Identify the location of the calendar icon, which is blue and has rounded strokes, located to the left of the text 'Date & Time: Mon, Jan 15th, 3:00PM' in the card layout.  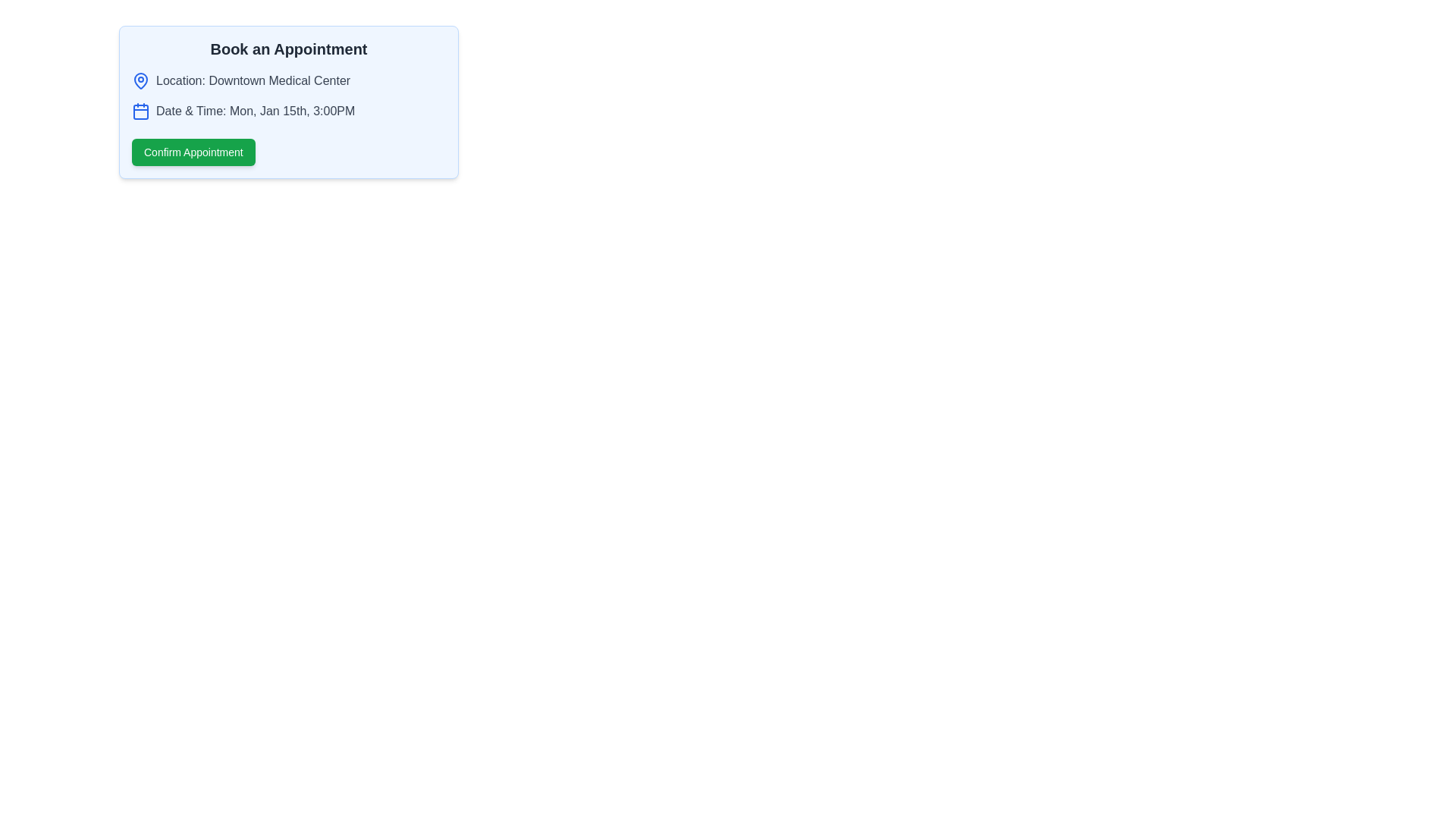
(141, 110).